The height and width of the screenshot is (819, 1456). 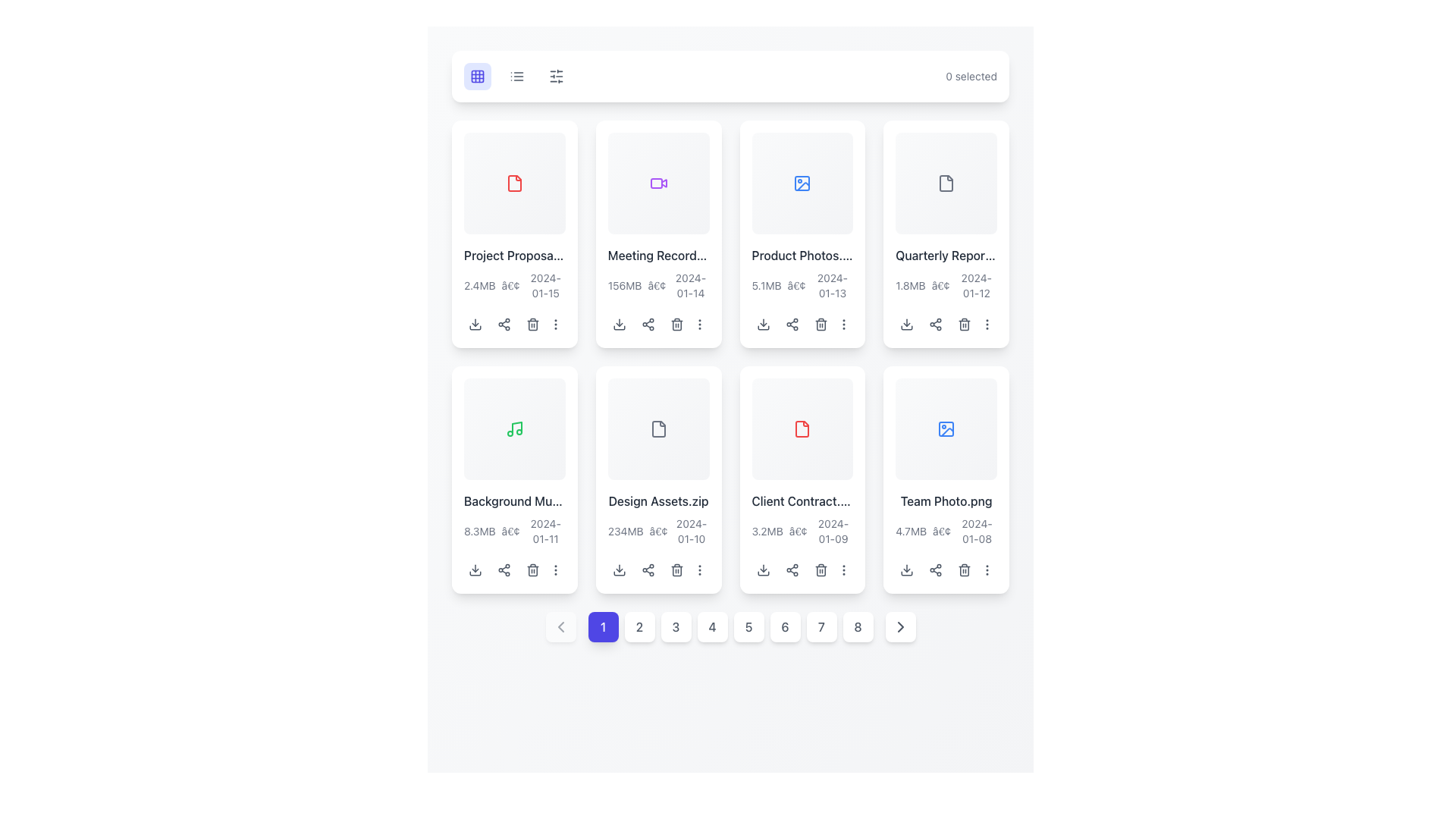 I want to click on the file item card labeled 'Meeting Recording.mp4' in the grid layout, so click(x=658, y=234).